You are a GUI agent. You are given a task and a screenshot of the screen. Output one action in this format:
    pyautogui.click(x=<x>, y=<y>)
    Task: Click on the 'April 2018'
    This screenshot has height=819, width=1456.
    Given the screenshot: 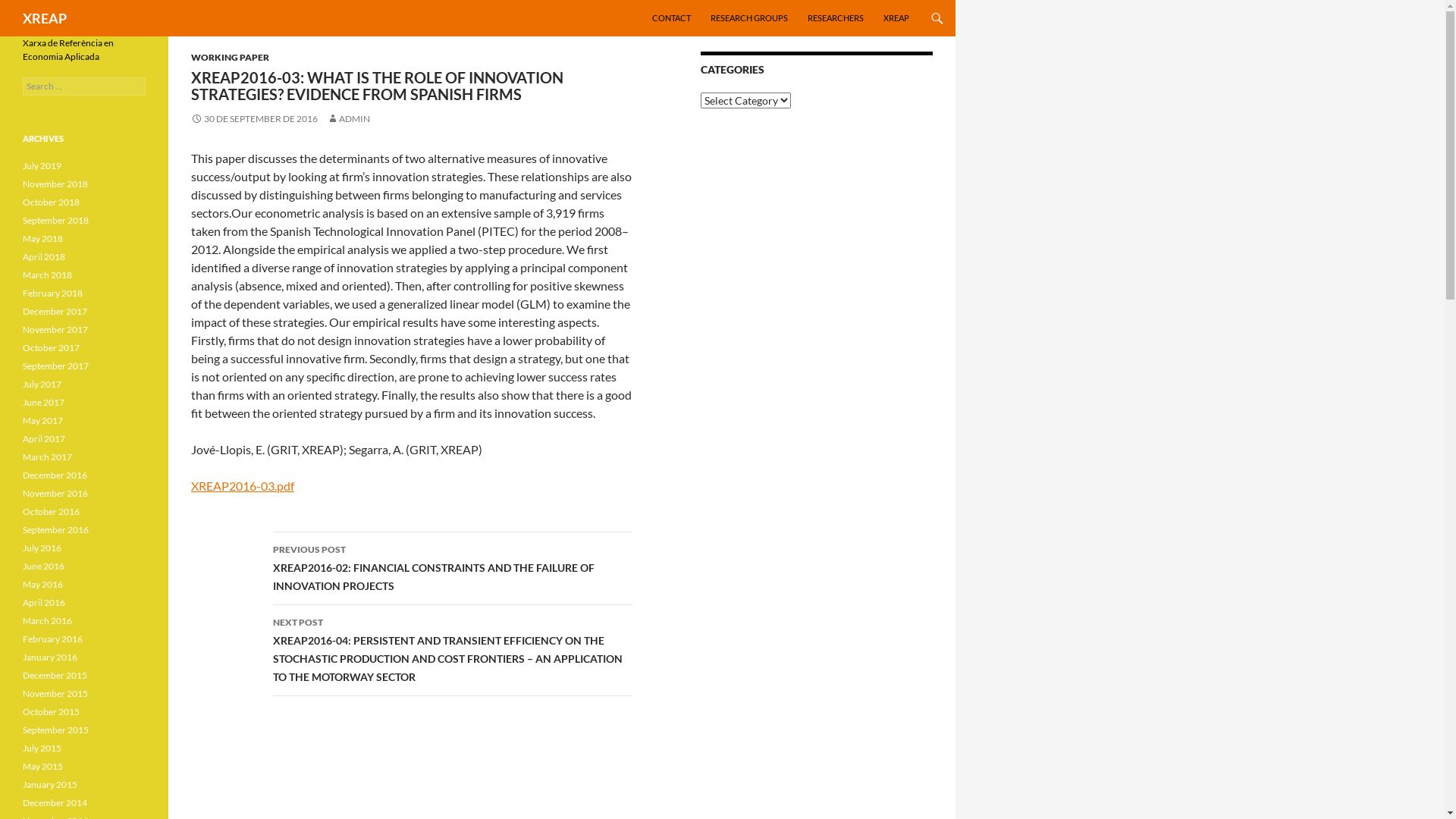 What is the action you would take?
    pyautogui.click(x=43, y=256)
    